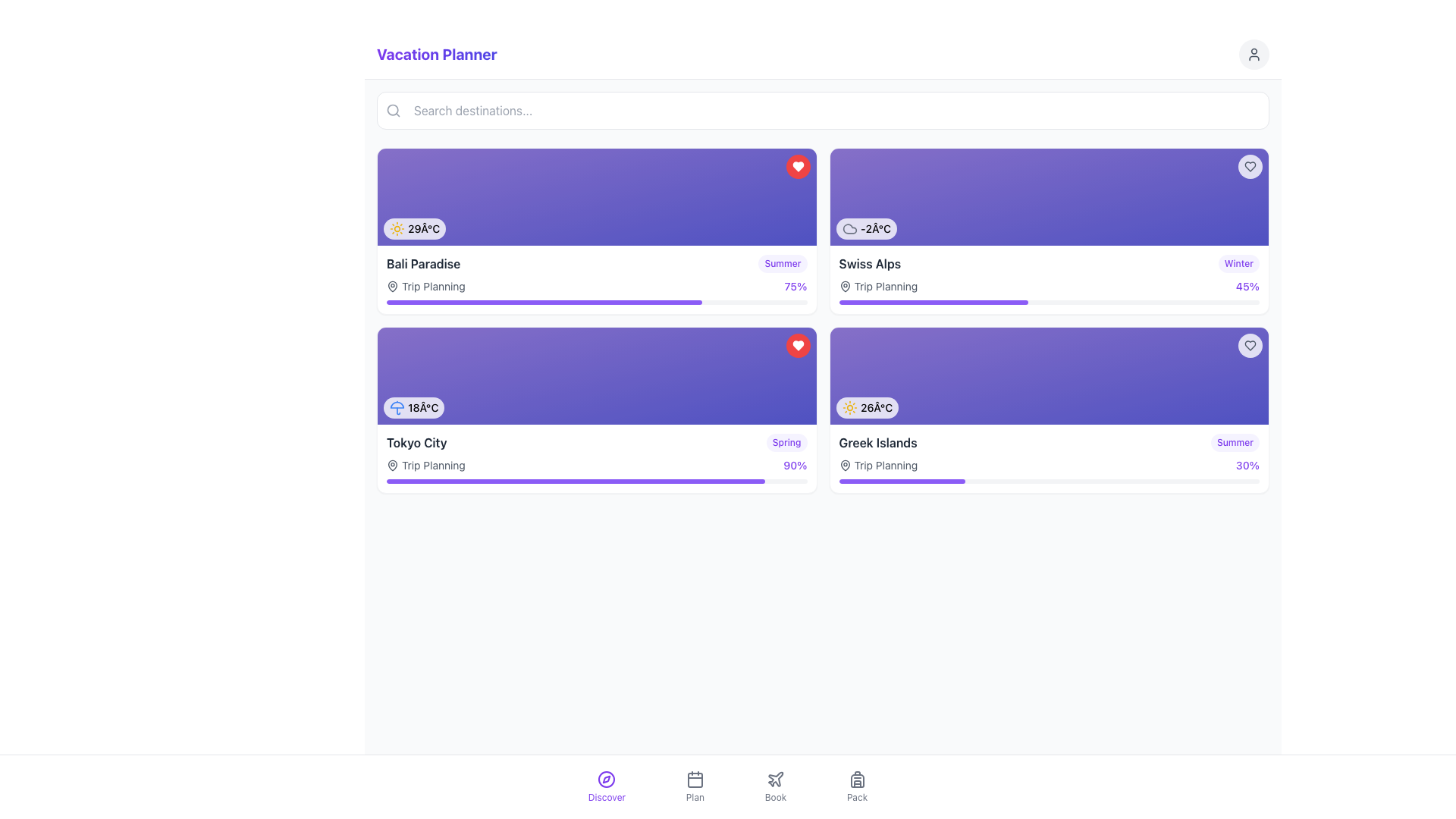 This screenshot has height=819, width=1456. Describe the element at coordinates (397, 406) in the screenshot. I see `the weather icon representing rain protection located in the bottom-left corner of the 'Tokyo City' card, left of the temperature text '18°C'` at that location.